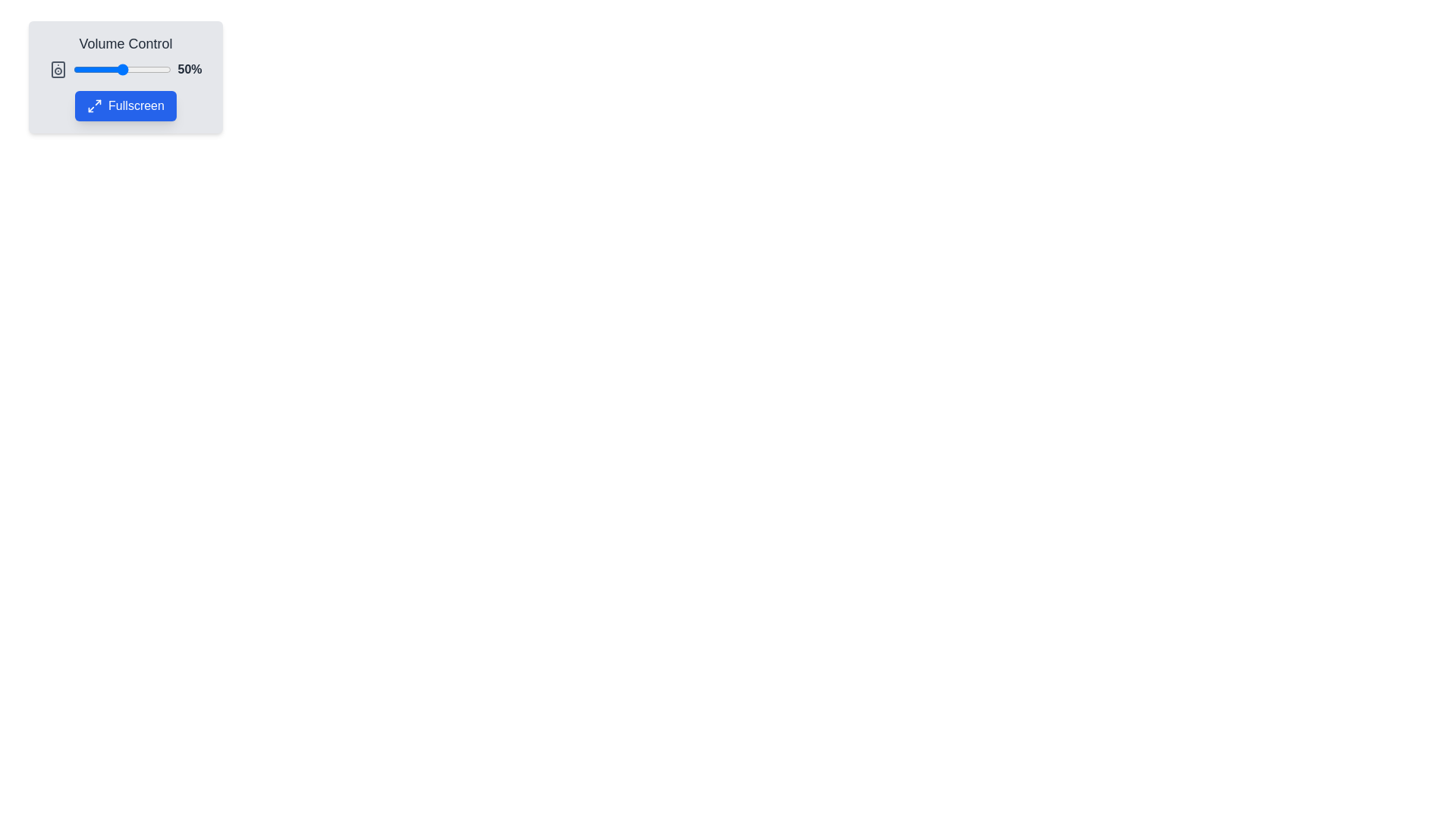 This screenshot has height=819, width=1456. Describe the element at coordinates (152, 70) in the screenshot. I see `the volume to 81% by dragging the slider` at that location.